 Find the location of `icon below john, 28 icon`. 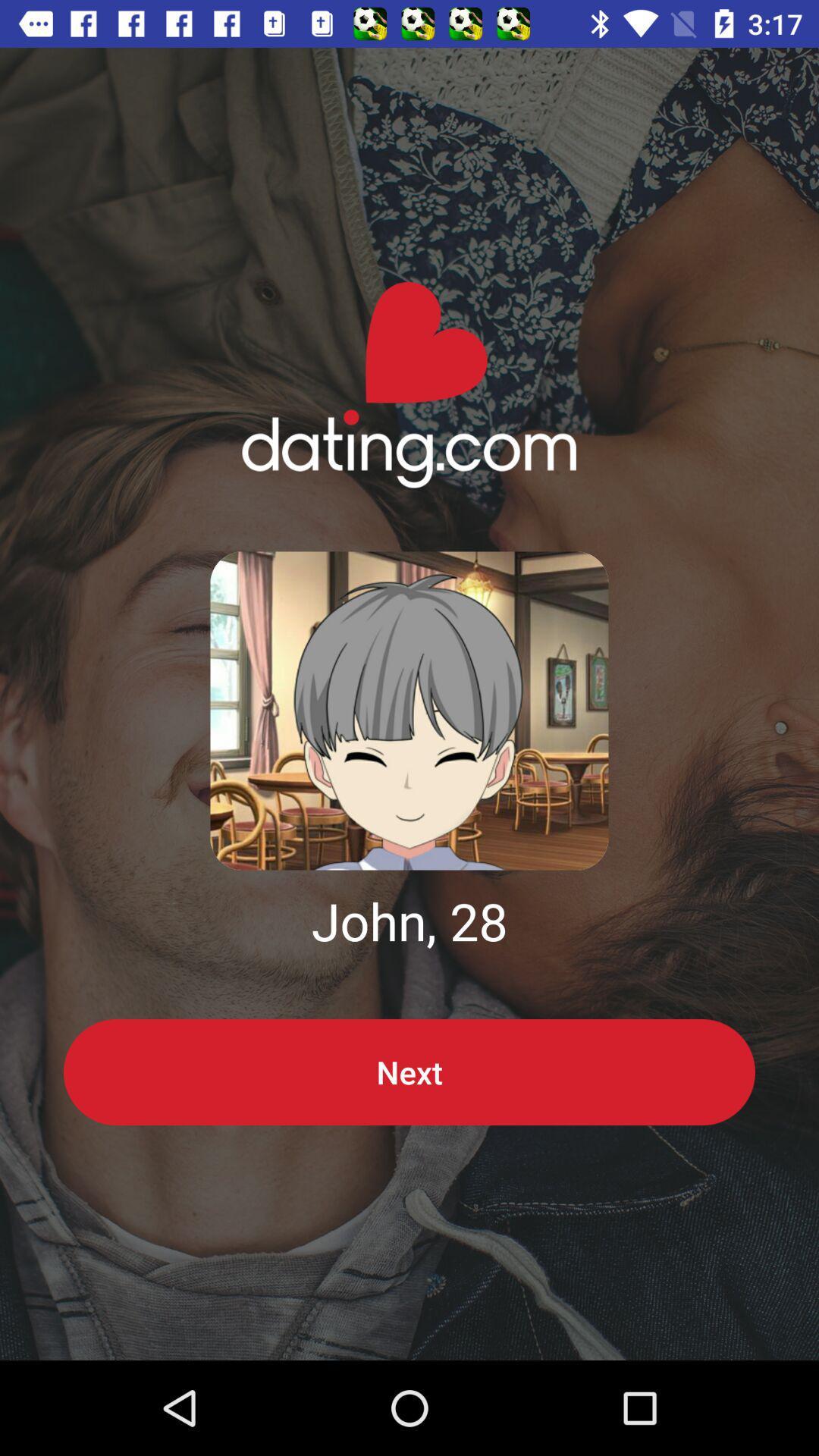

icon below john, 28 icon is located at coordinates (409, 1072).